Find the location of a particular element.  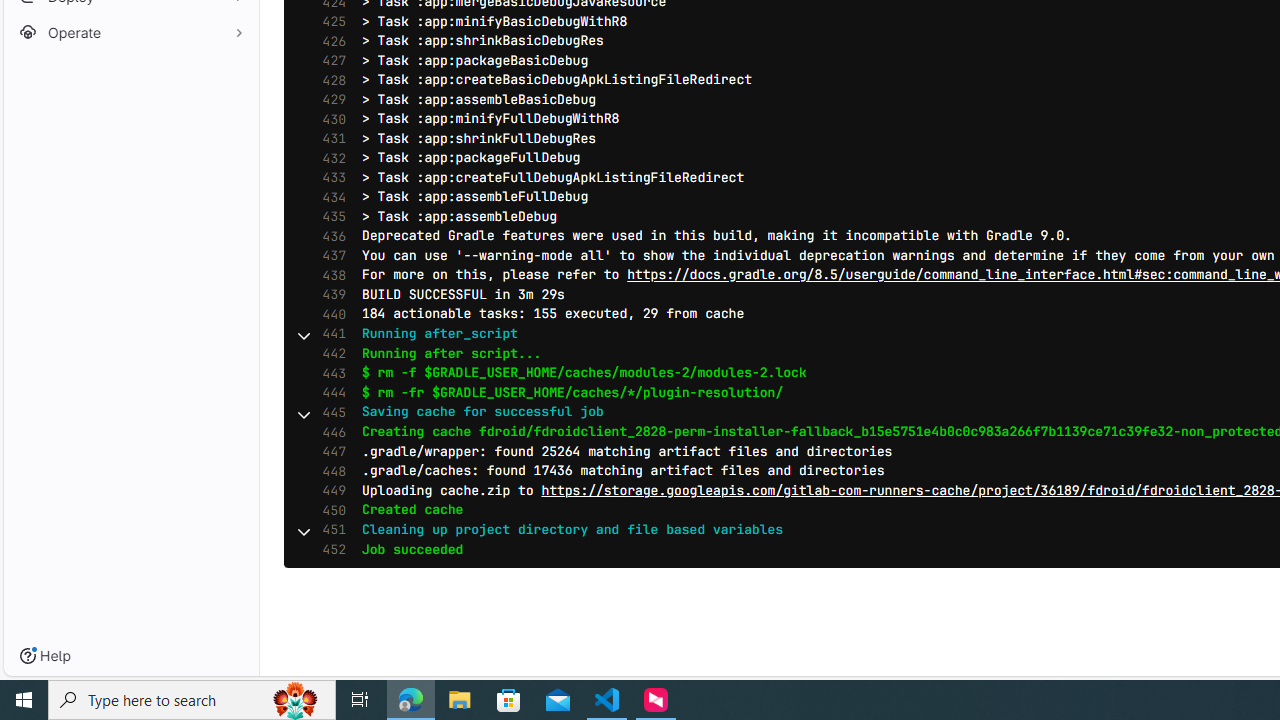

'426' is located at coordinates (329, 41).